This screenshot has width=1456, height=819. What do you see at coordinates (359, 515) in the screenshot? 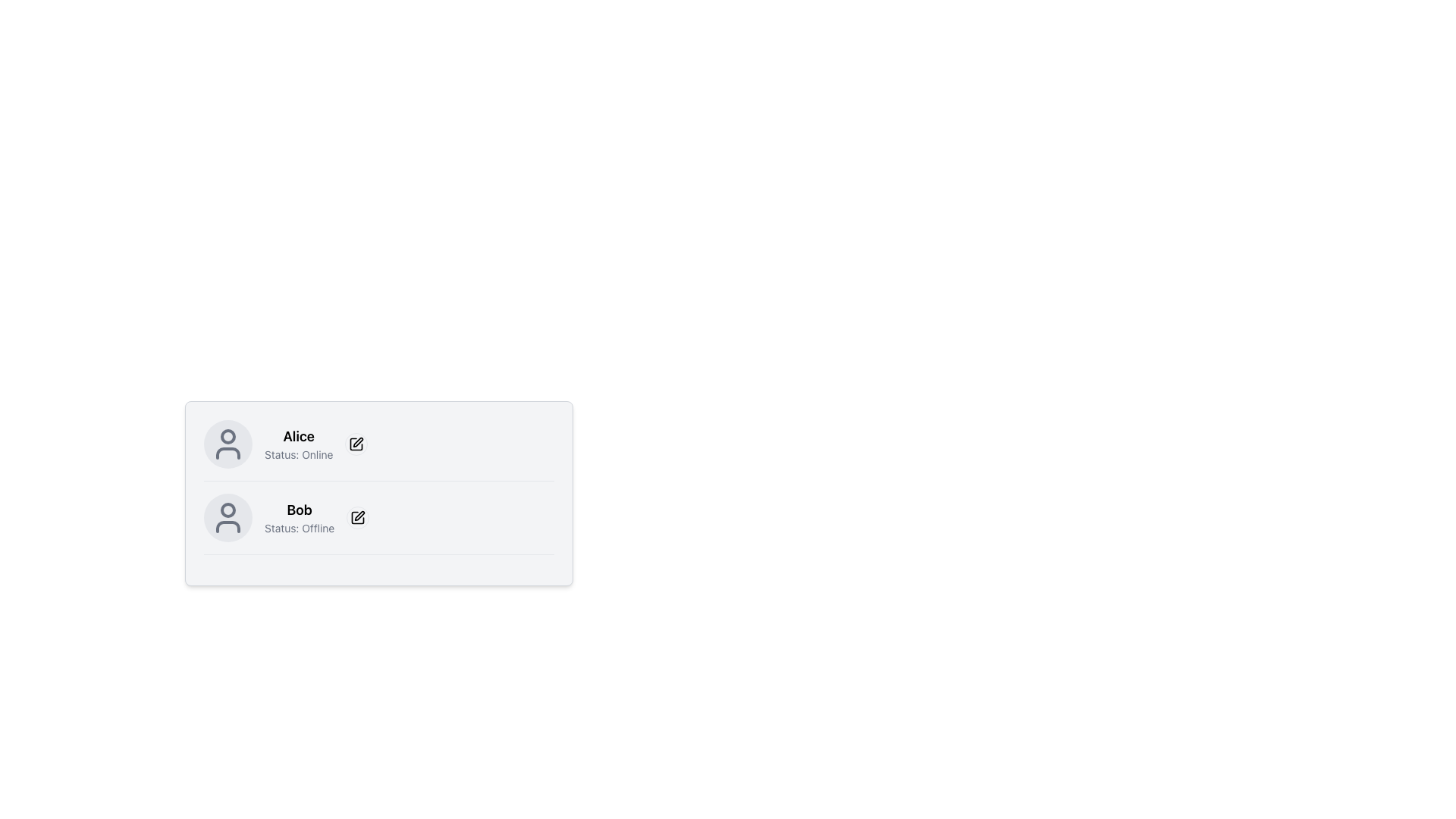
I see `the edit icon (pen) located to the right of the username 'Alice' in the user list interface` at bounding box center [359, 515].